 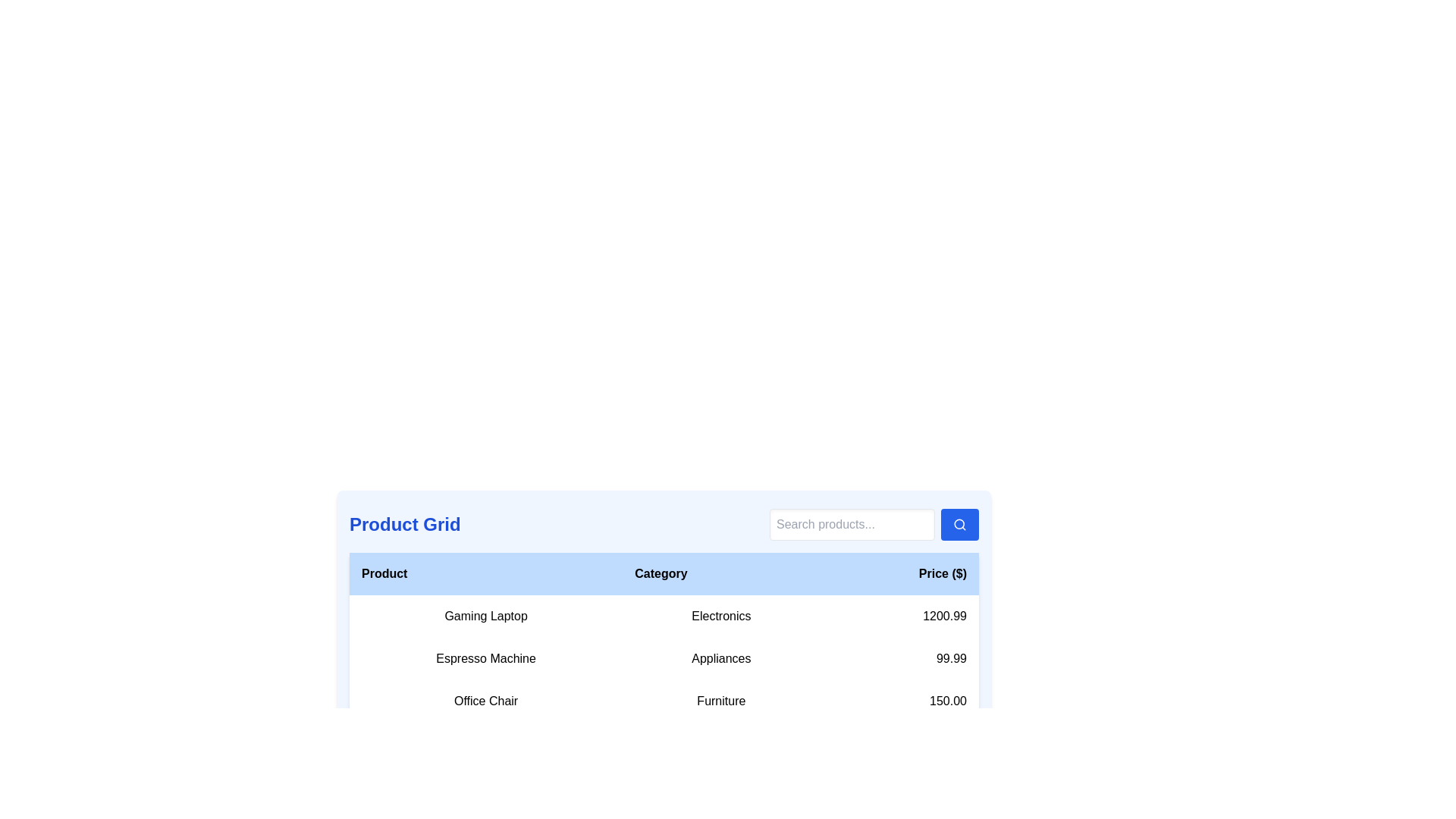 I want to click on the text label that serves as a header for the product grid, located at the far-left side of the top row among sibling elements, so click(x=405, y=523).